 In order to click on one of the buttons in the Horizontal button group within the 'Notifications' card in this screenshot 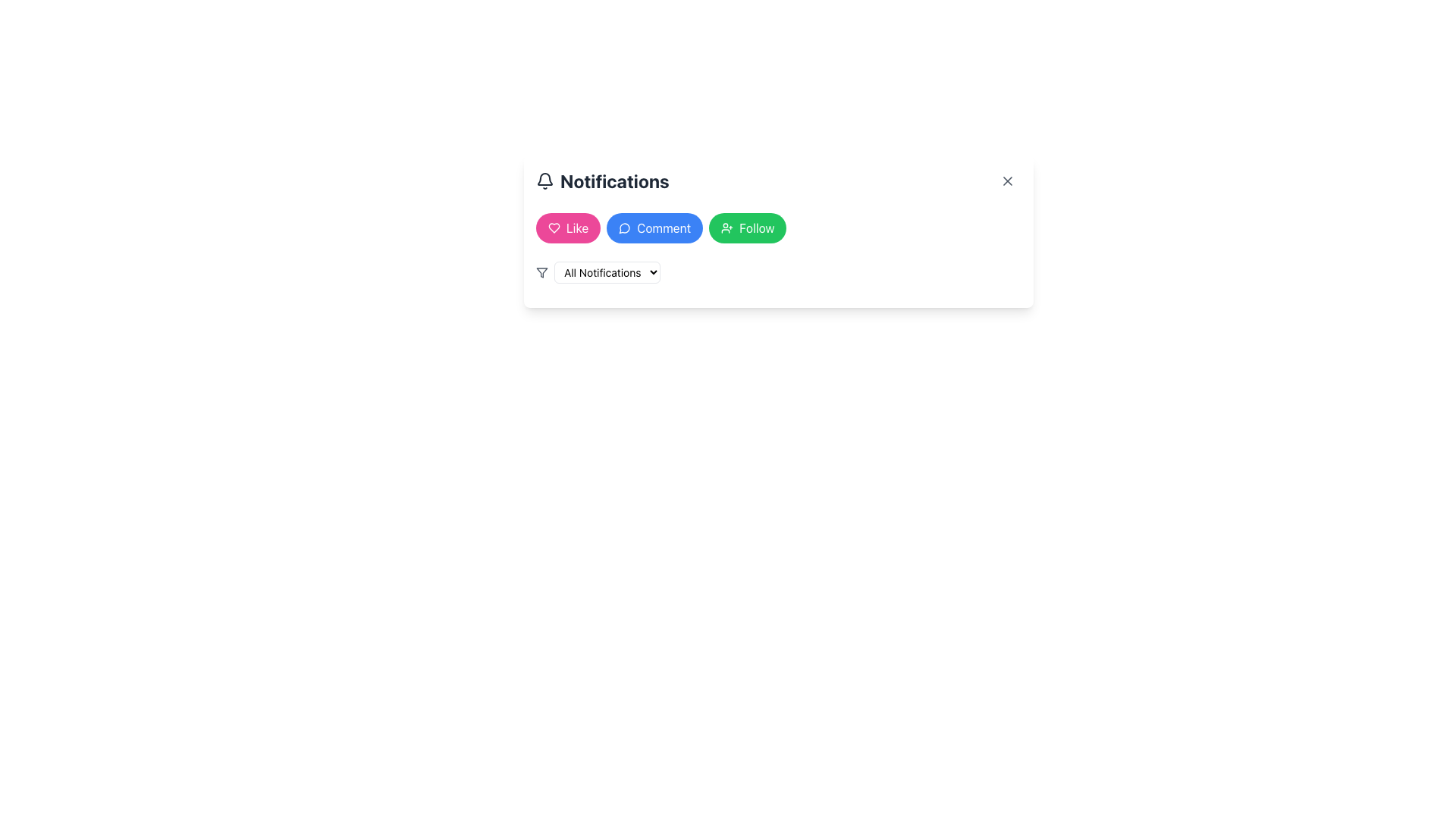, I will do `click(779, 227)`.